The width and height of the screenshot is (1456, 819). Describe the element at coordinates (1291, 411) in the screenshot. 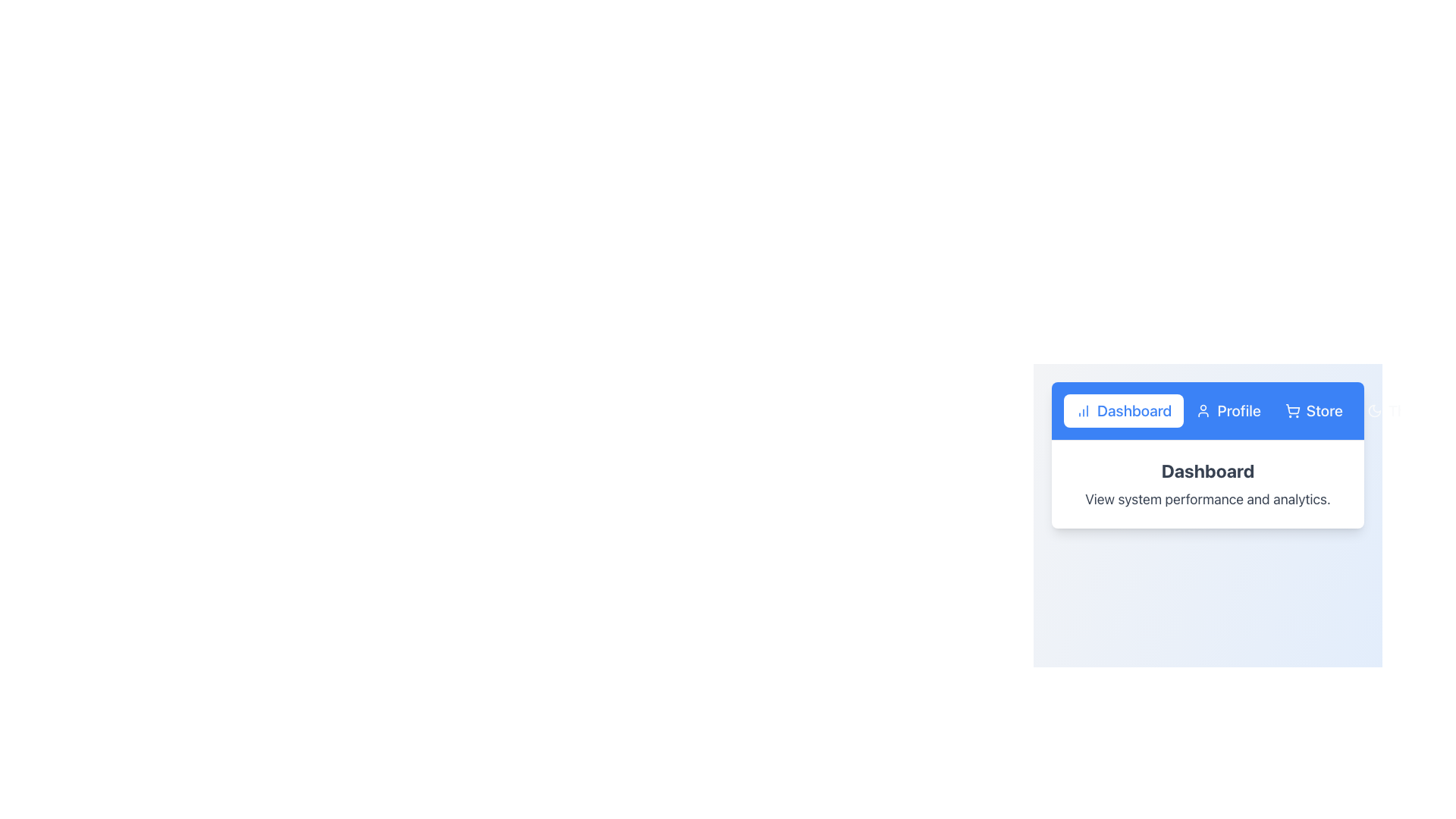

I see `the shopping cart icon within the blue button at the right-most end of the top menu bar` at that location.